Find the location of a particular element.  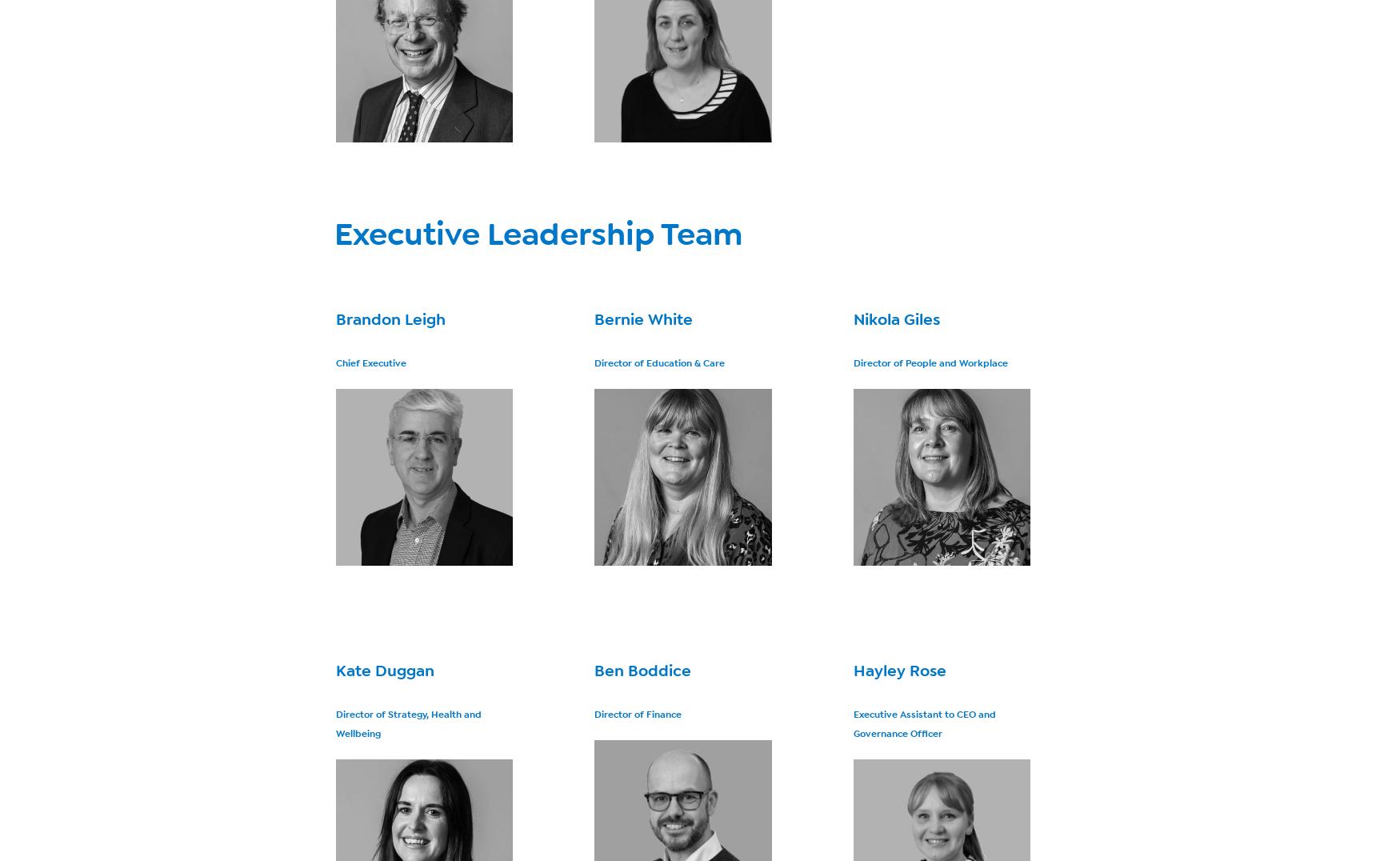

'Nikola Giles' is located at coordinates (852, 318).